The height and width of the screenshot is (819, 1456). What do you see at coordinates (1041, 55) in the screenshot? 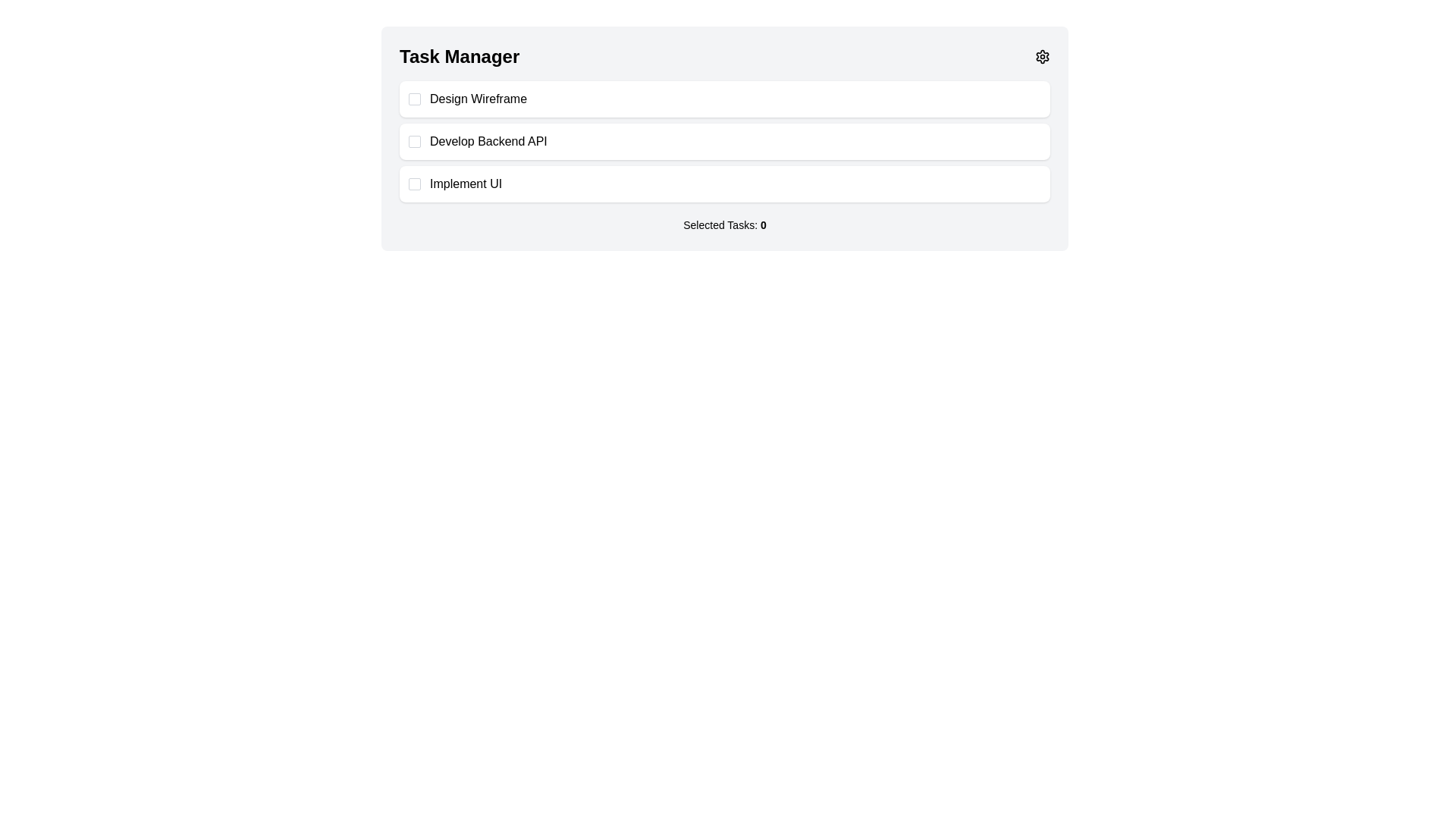
I see `the settings gear icon located at the top-right corner of the Task Manager panel` at bounding box center [1041, 55].